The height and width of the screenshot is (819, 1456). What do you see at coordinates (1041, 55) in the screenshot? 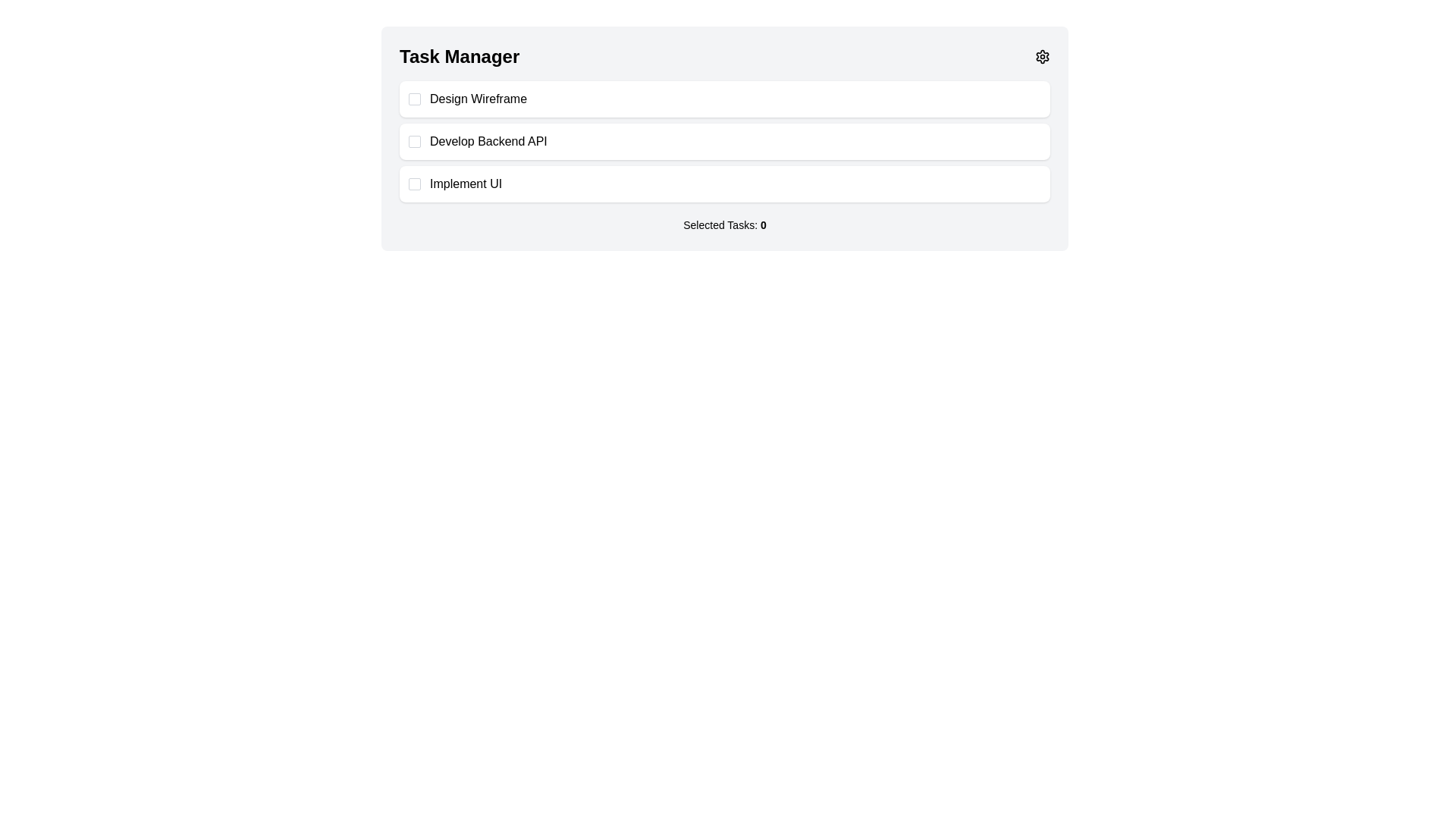
I see `the settings gear icon located at the top-right corner of the Task Manager panel` at bounding box center [1041, 55].